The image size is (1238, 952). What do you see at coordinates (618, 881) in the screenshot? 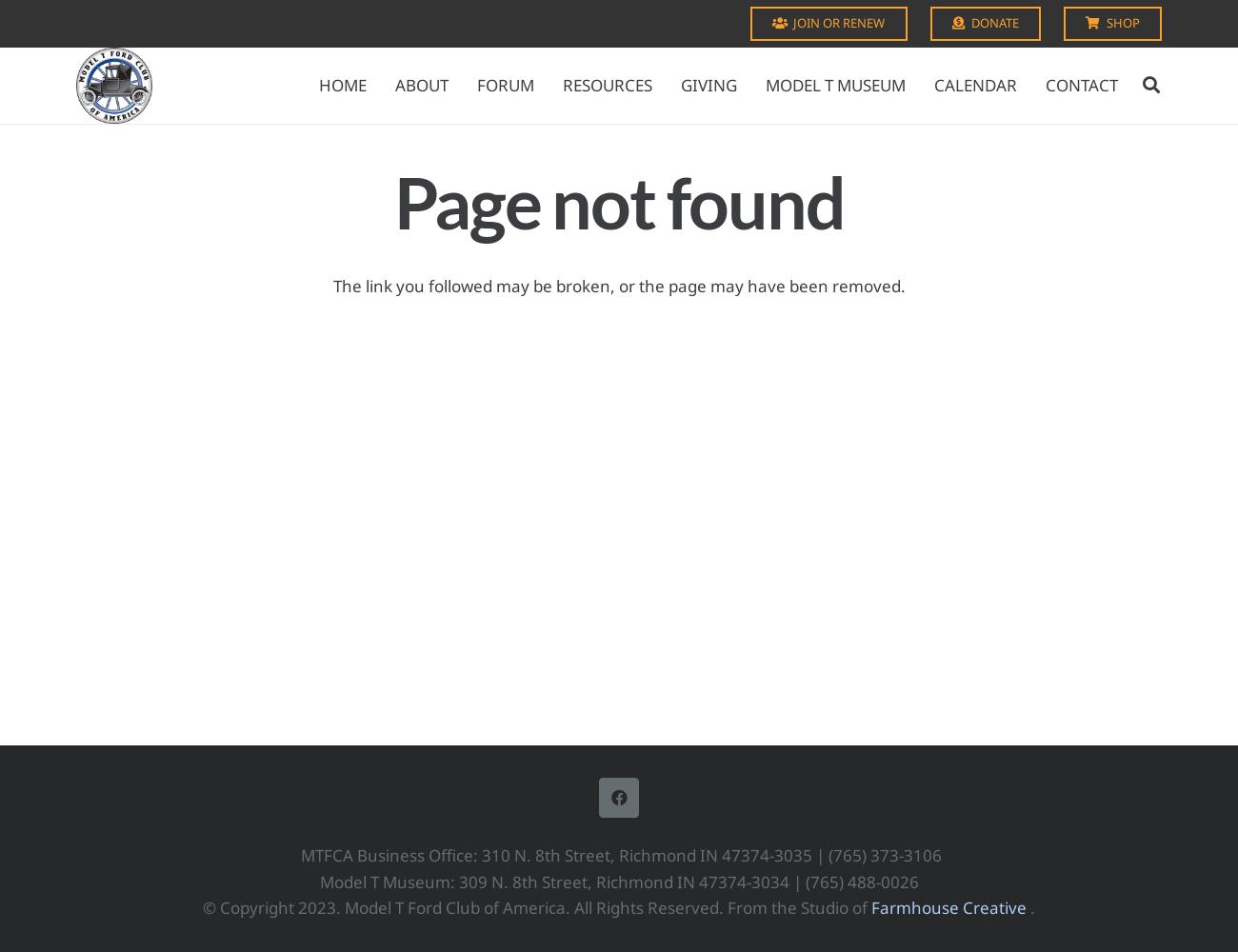
I see `'Model T Museum: 309 N. 8th Street, Richmond IN 47374-3034 | (765) 488-0026'` at bounding box center [618, 881].